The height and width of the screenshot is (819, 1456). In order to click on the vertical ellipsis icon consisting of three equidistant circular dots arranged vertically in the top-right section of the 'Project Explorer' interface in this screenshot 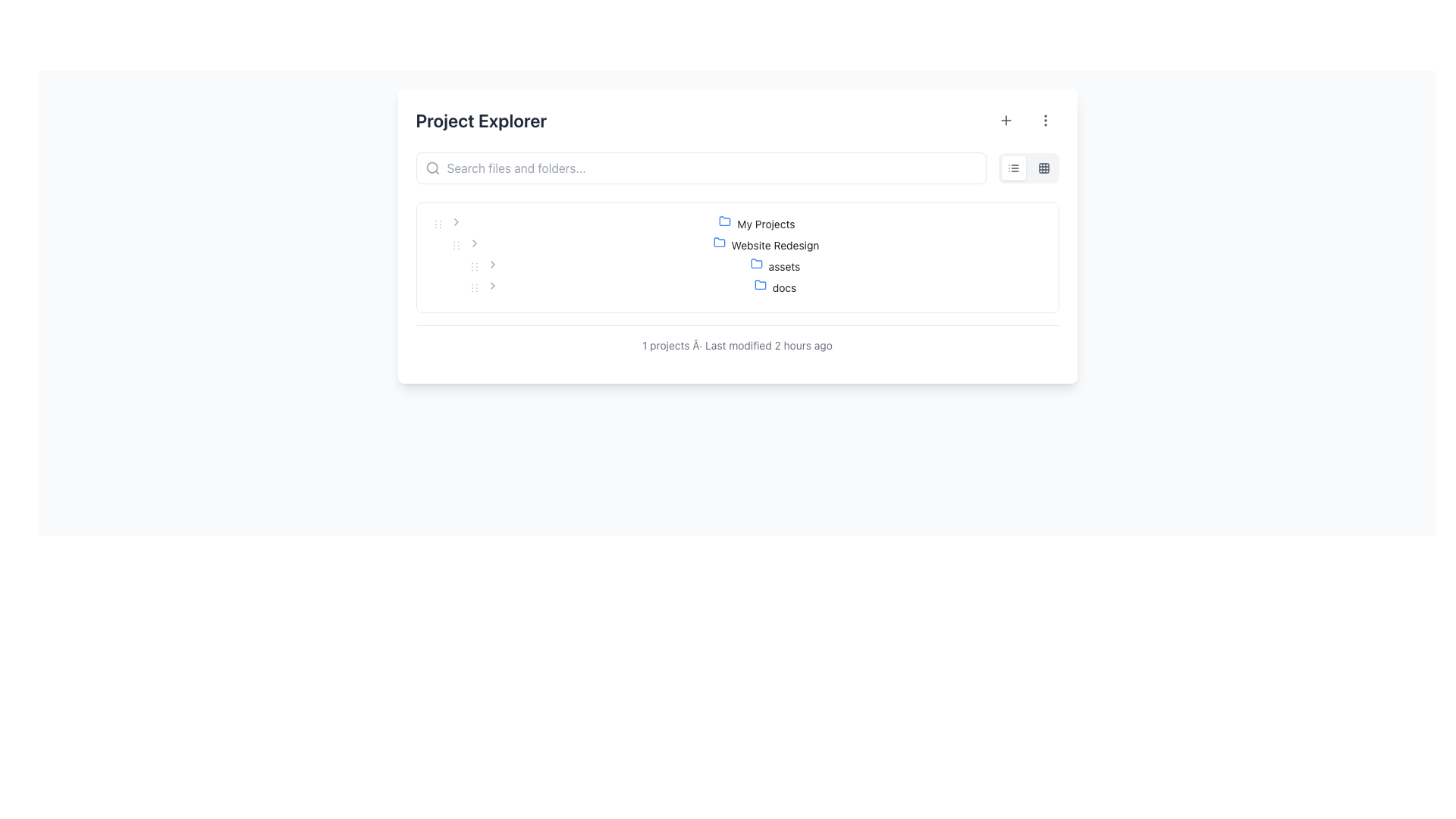, I will do `click(1044, 119)`.